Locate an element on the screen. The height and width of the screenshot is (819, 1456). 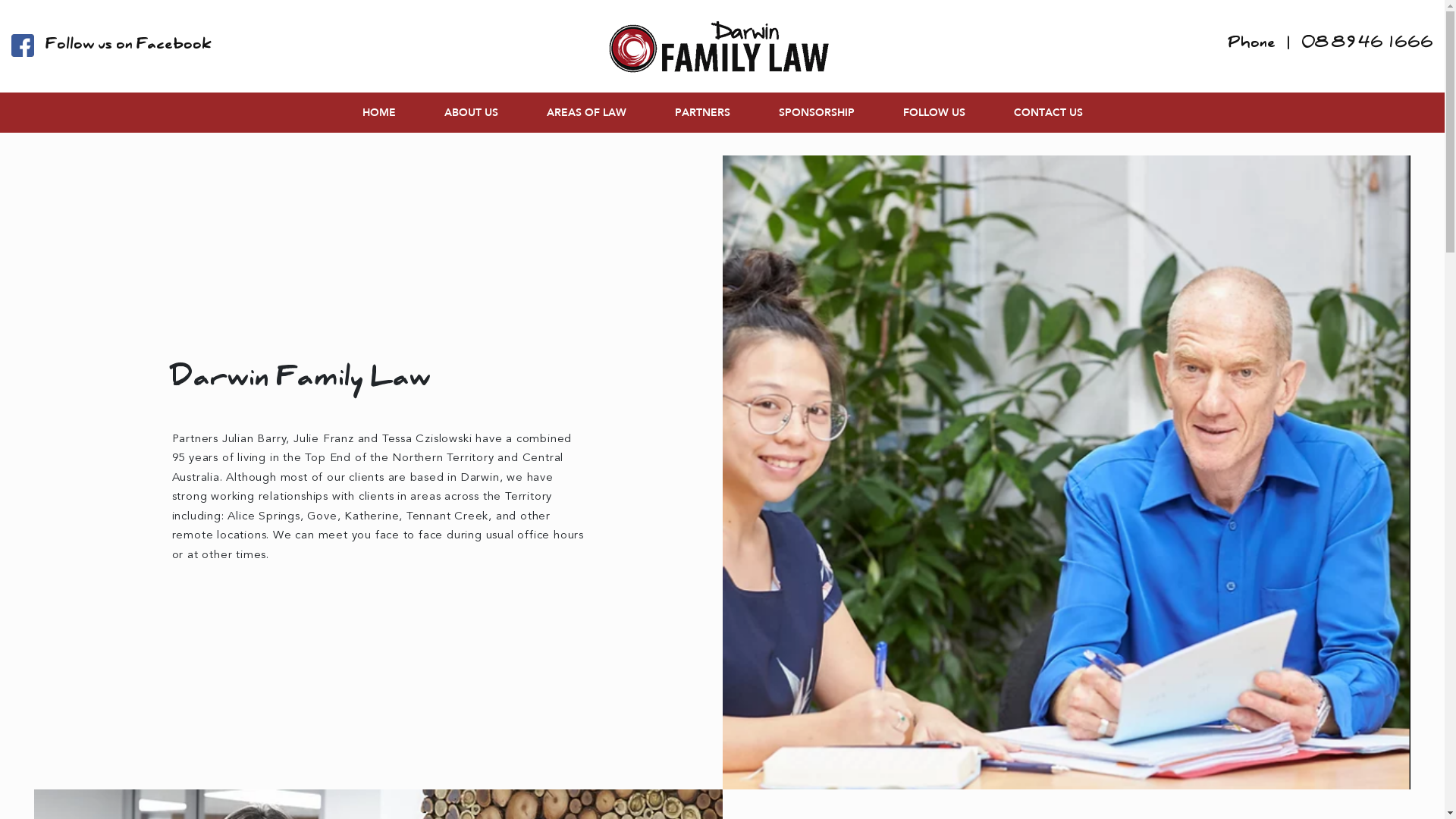
'SPONSORSHIP' is located at coordinates (814, 111).